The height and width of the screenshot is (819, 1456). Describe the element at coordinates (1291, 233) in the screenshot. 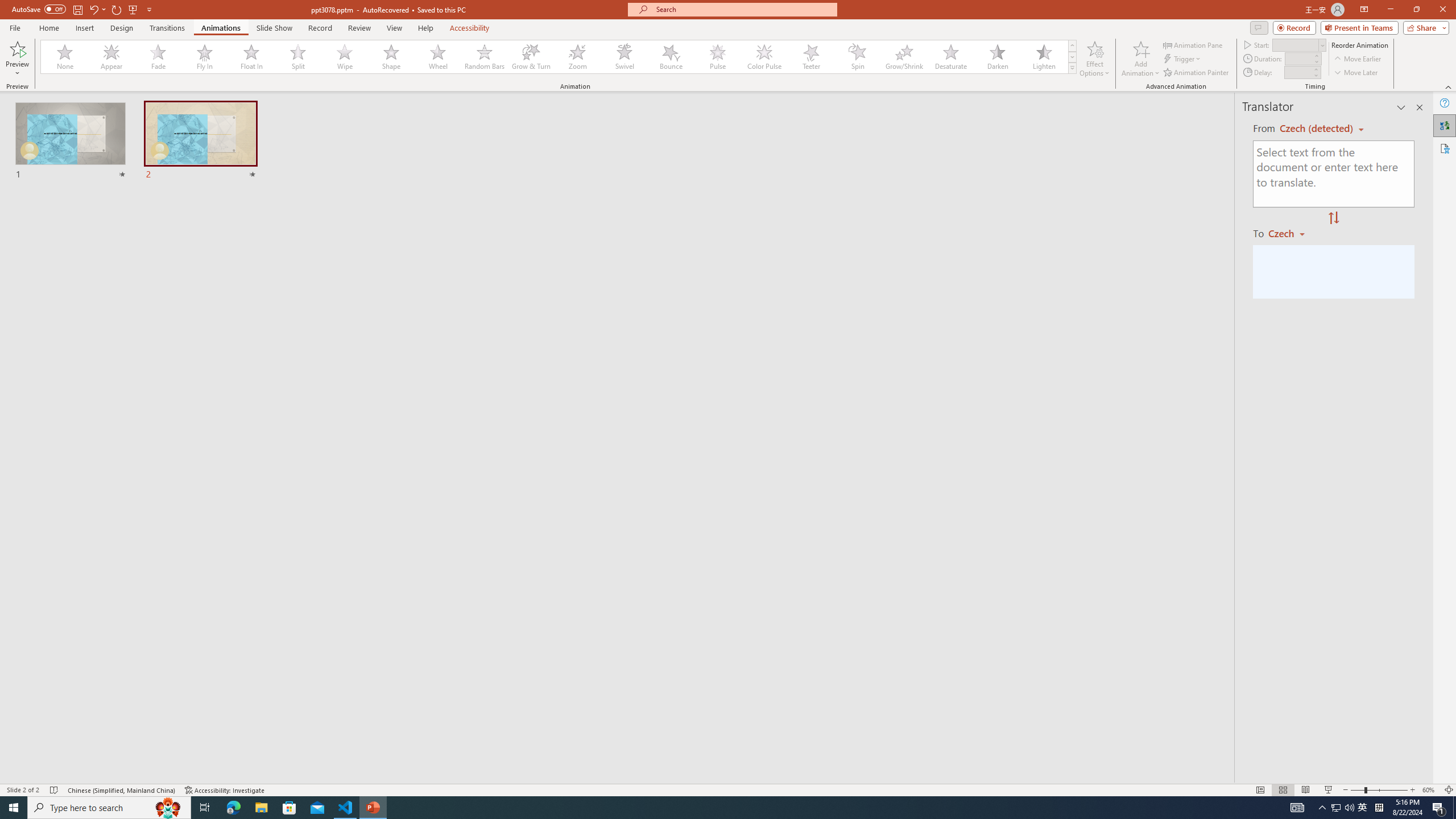

I see `'Czech'` at that location.